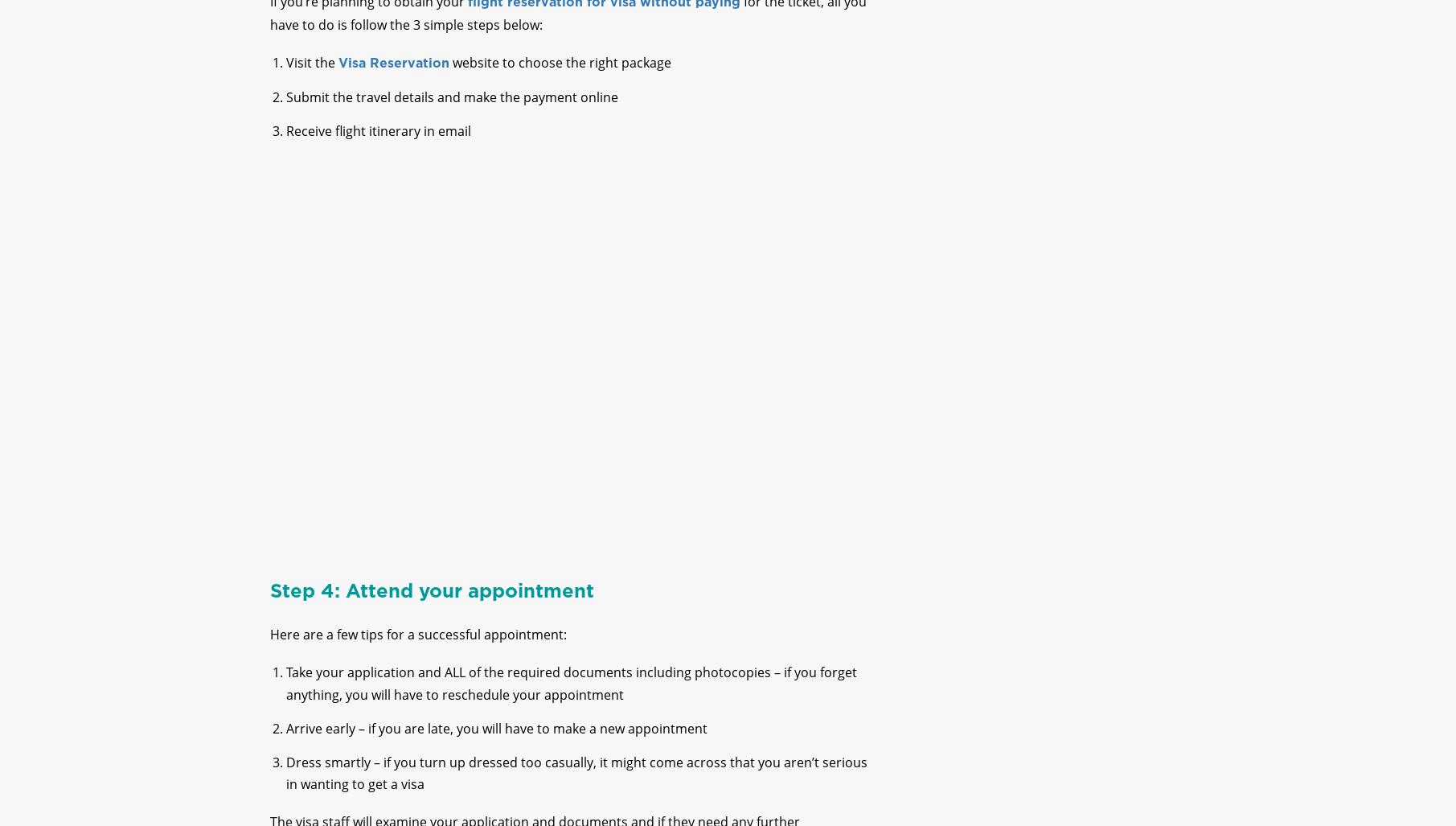  I want to click on 'website to choose the right package', so click(559, 74).